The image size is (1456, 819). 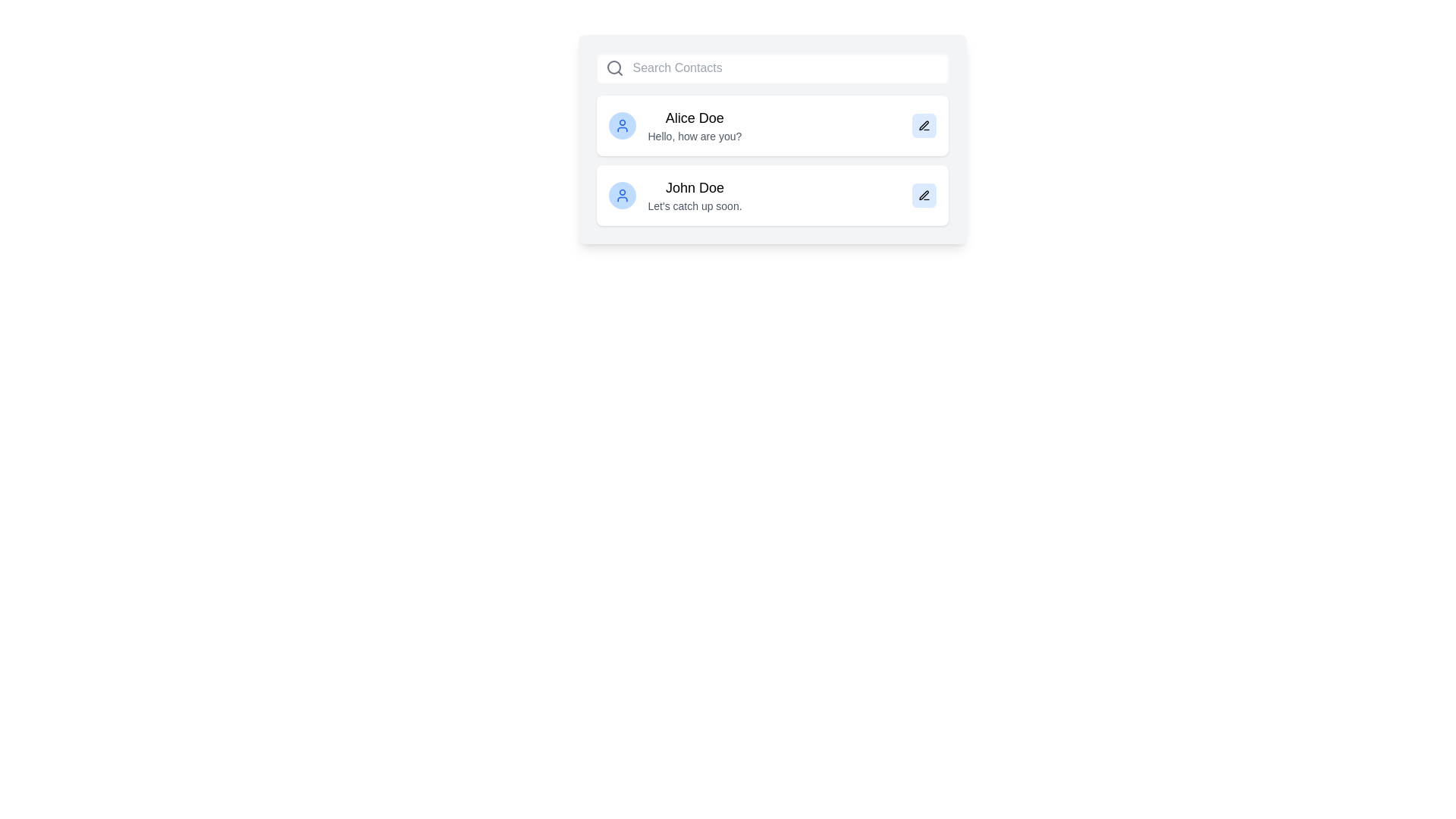 What do you see at coordinates (694, 117) in the screenshot?
I see `the contact name Alice Doe to select it` at bounding box center [694, 117].